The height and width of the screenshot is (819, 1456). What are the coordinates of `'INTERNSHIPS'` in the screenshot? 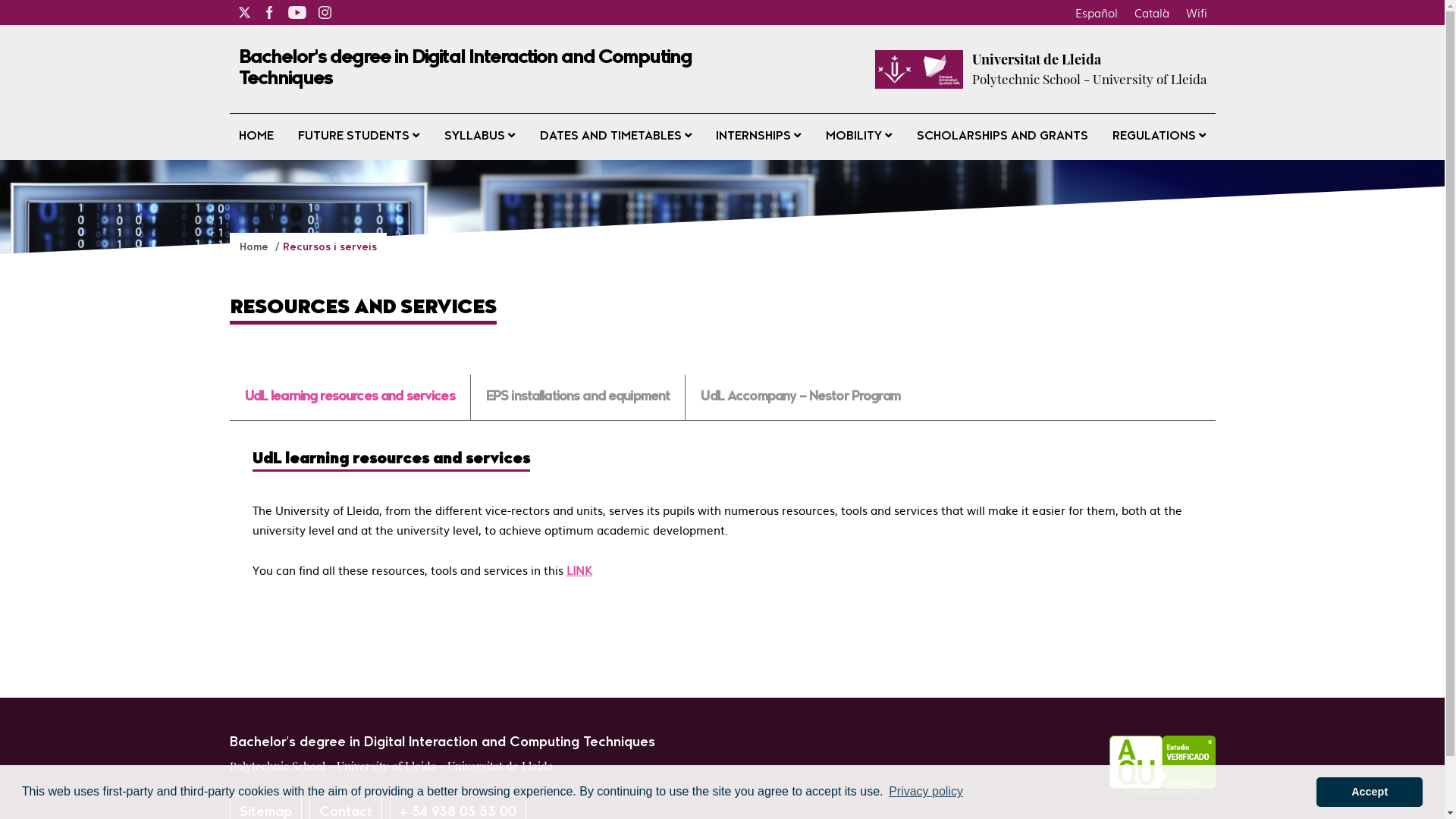 It's located at (705, 136).